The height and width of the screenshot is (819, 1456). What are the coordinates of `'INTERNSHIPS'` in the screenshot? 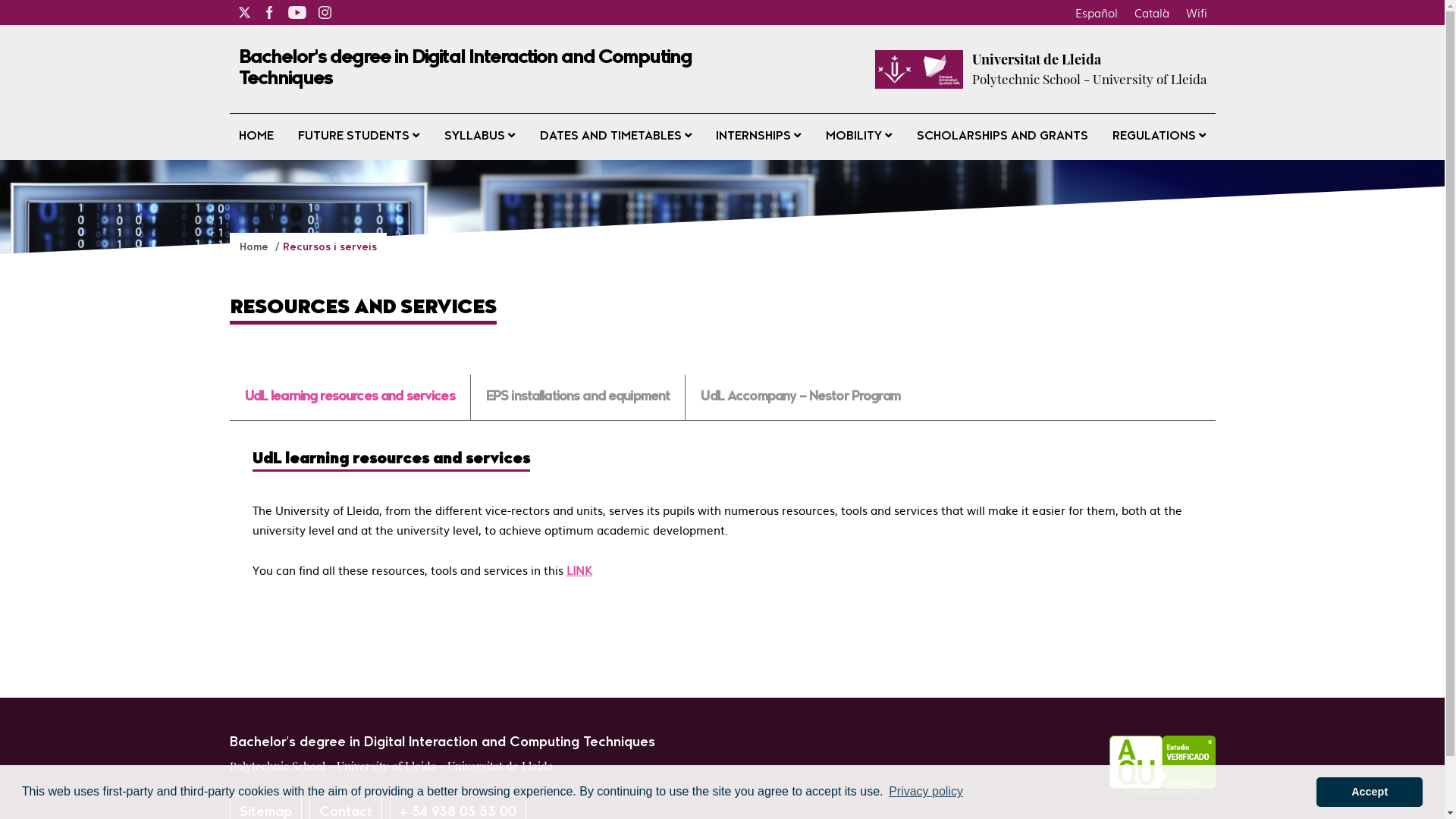 It's located at (705, 136).